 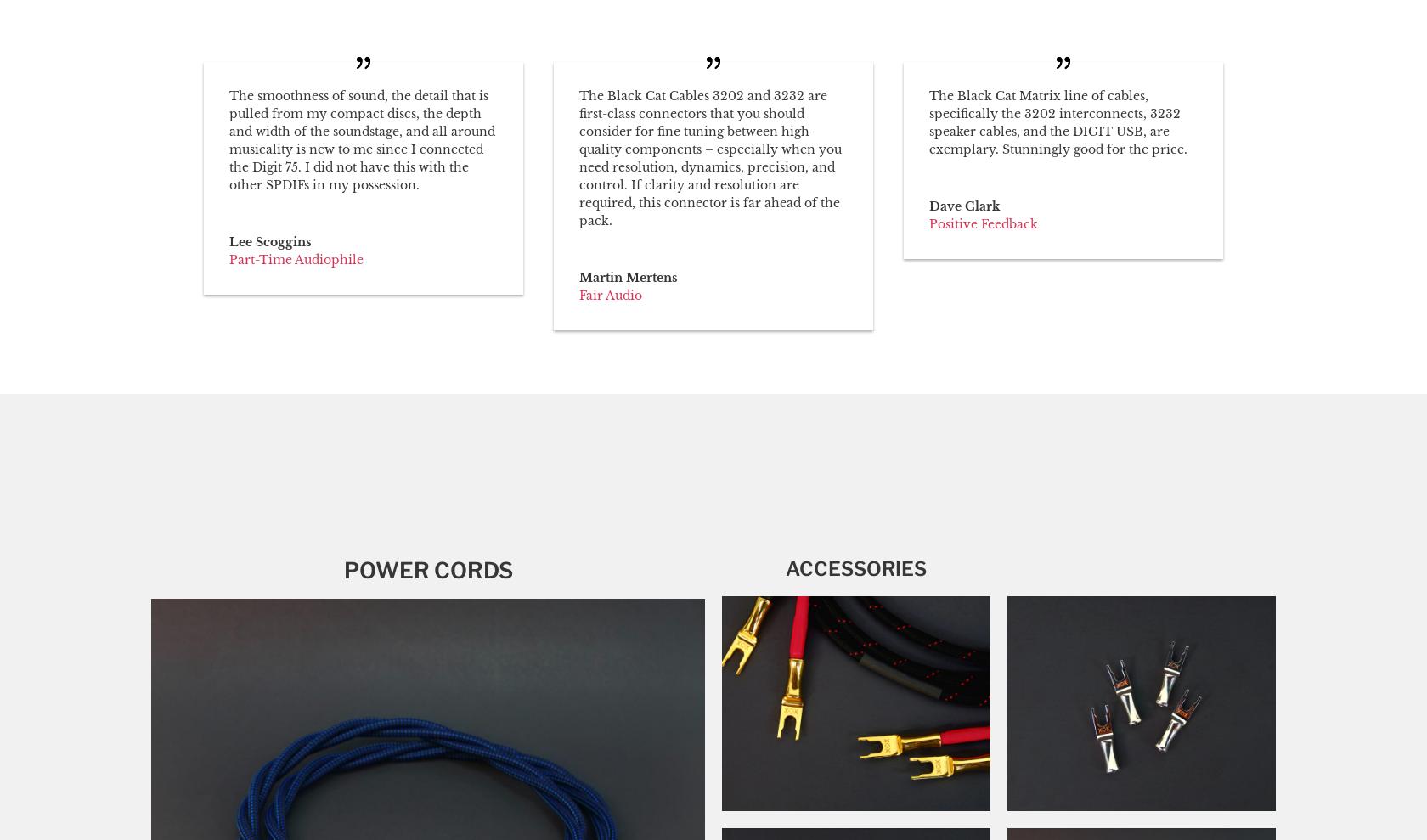 What do you see at coordinates (963, 205) in the screenshot?
I see `'Dave Clark'` at bounding box center [963, 205].